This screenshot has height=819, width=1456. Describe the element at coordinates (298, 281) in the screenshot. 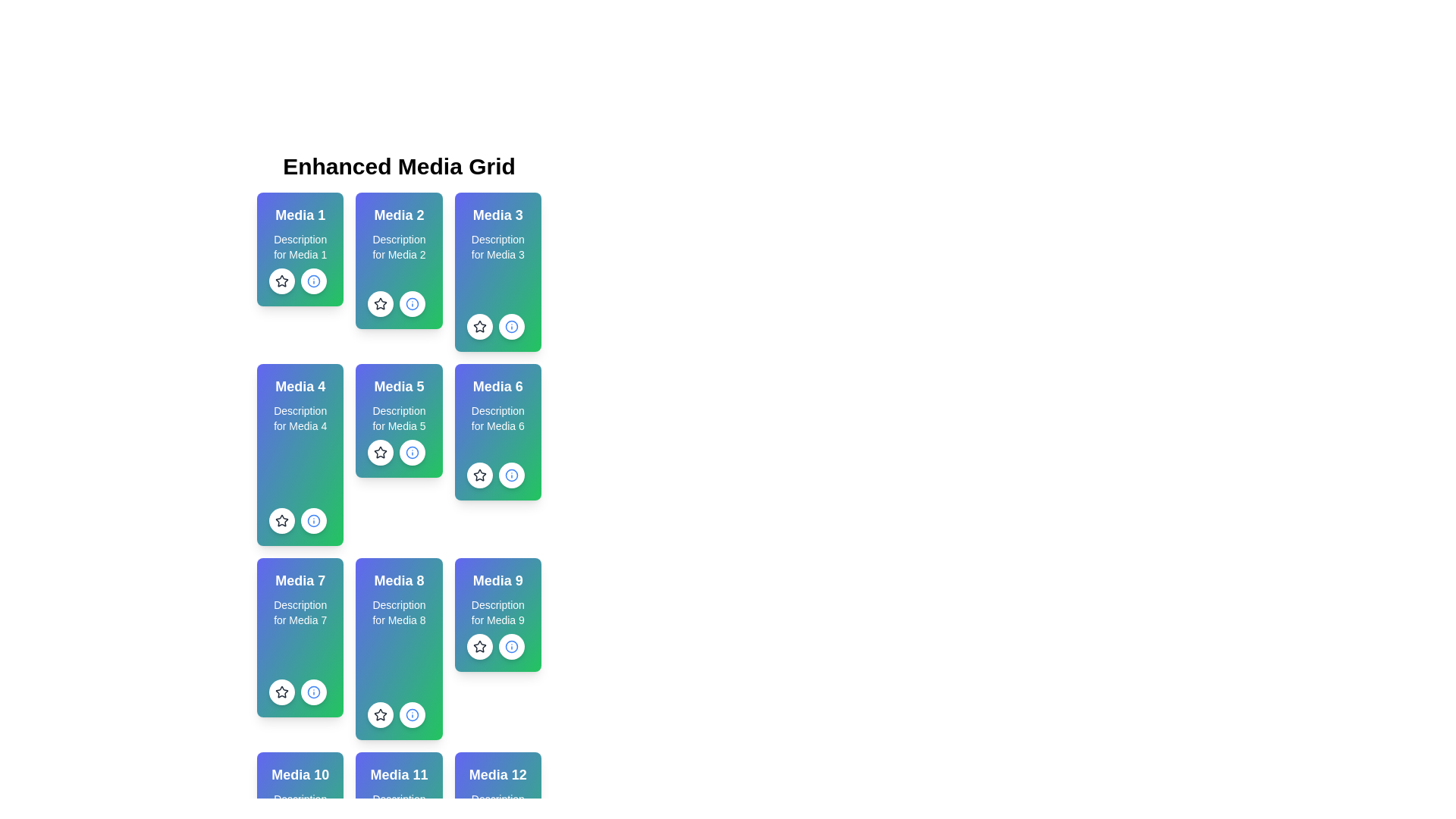

I see `the group of interactive buttons/icons located at the bottom-left corner of the 'Media 1' card` at that location.